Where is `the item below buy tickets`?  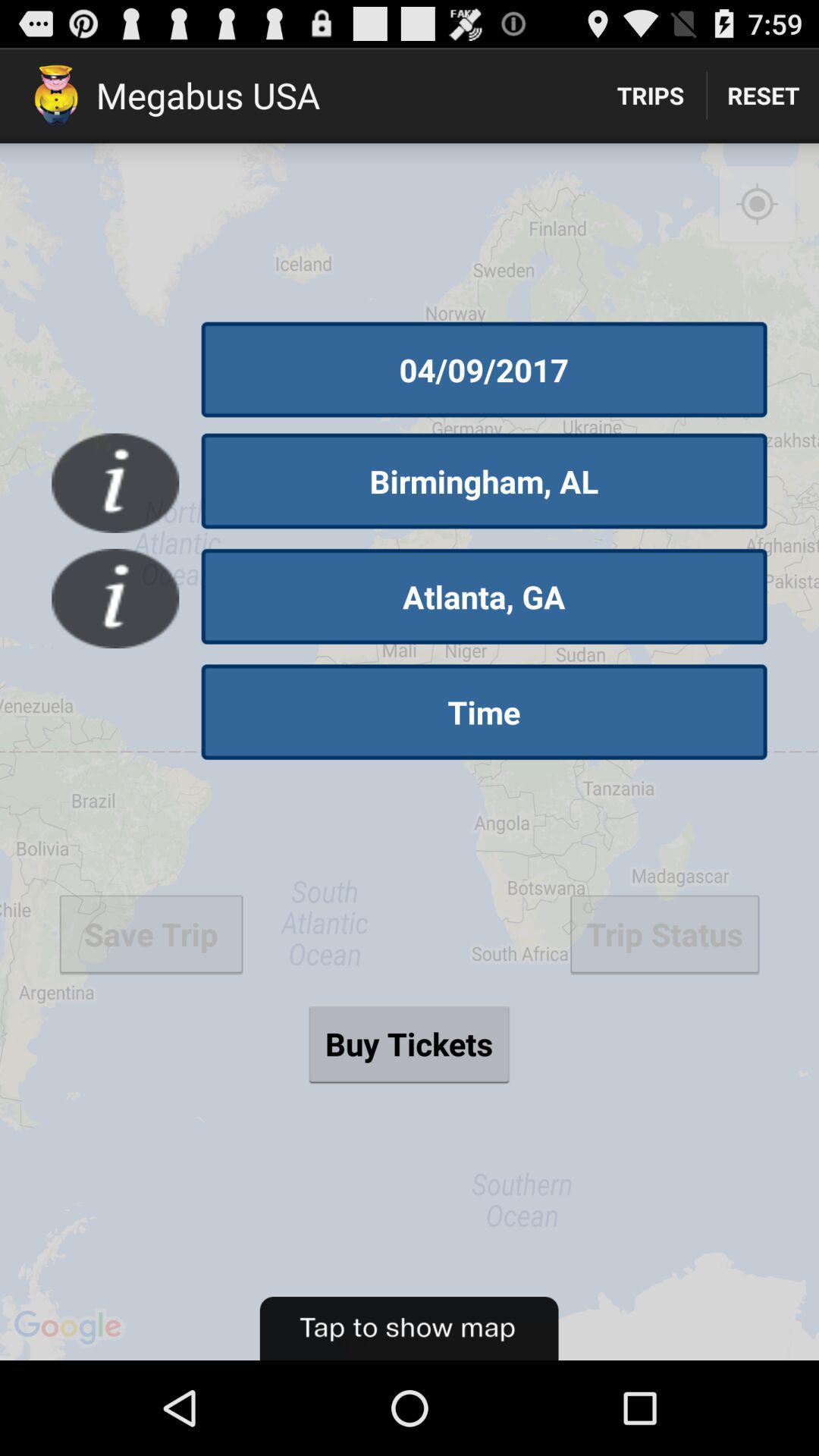
the item below buy tickets is located at coordinates (408, 1328).